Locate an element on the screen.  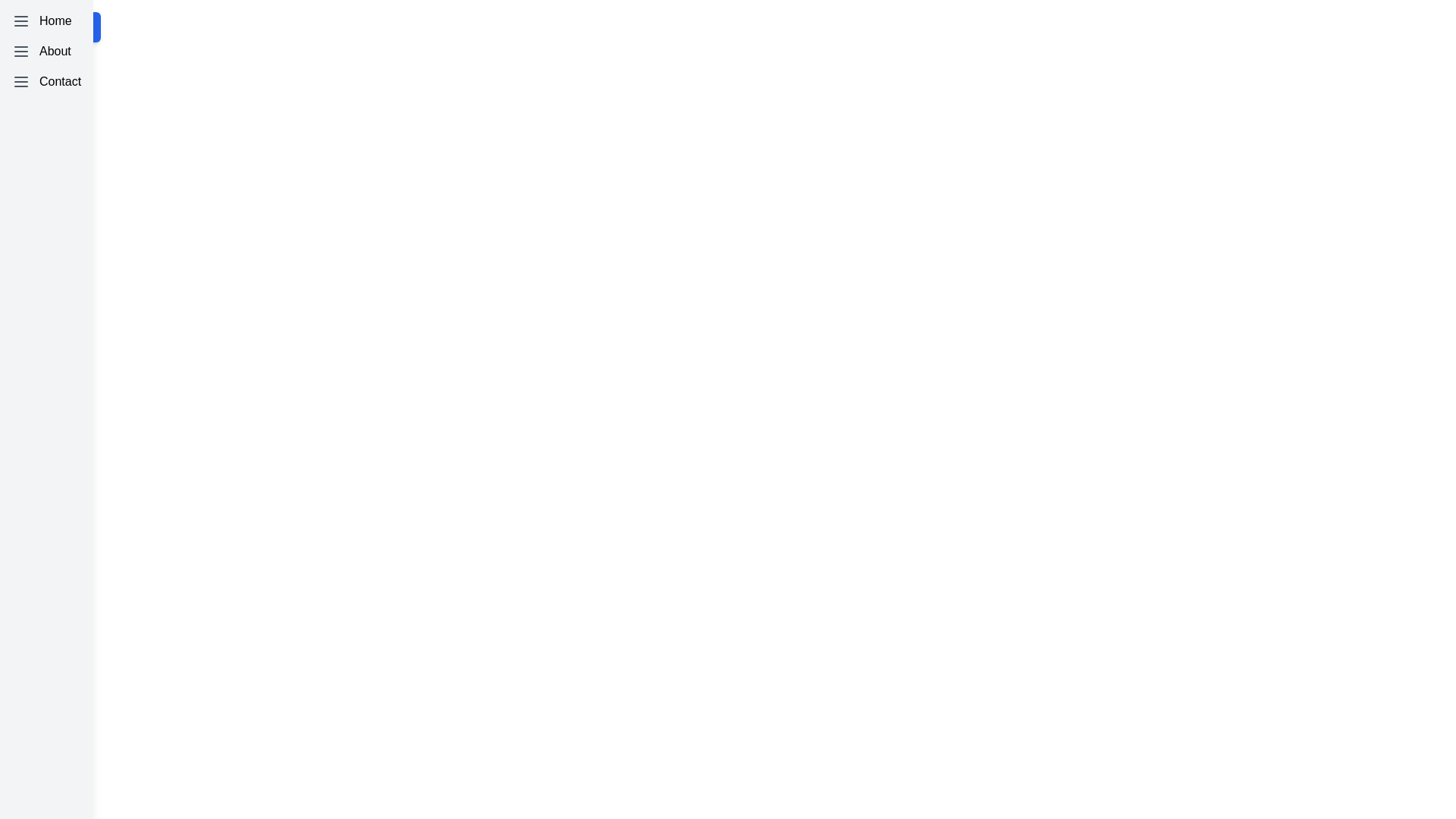
the Contact menu item to navigate is located at coordinates (46, 82).